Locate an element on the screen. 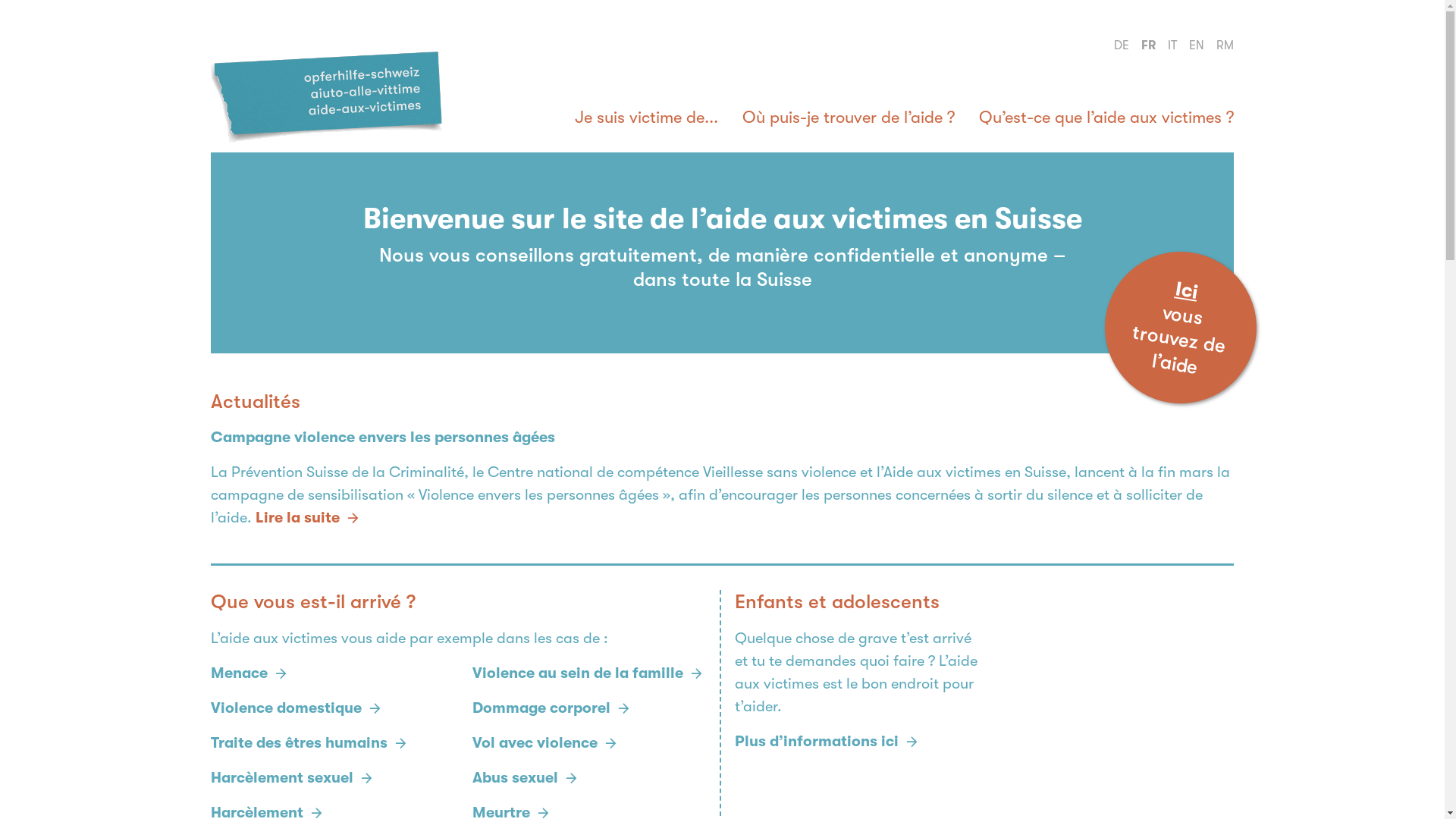  'Violence domestique' is located at coordinates (286, 708).